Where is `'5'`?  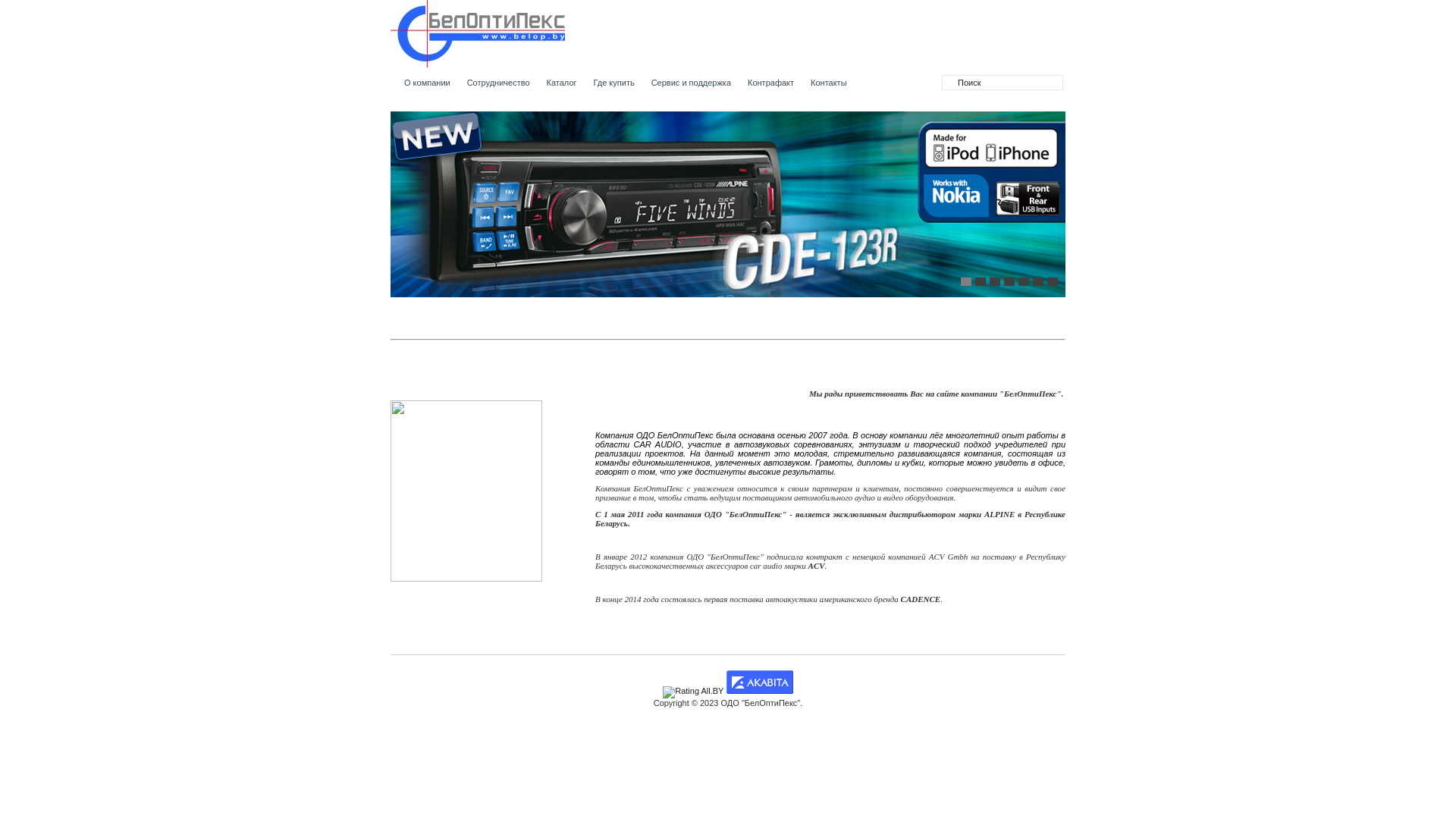
'5' is located at coordinates (1023, 281).